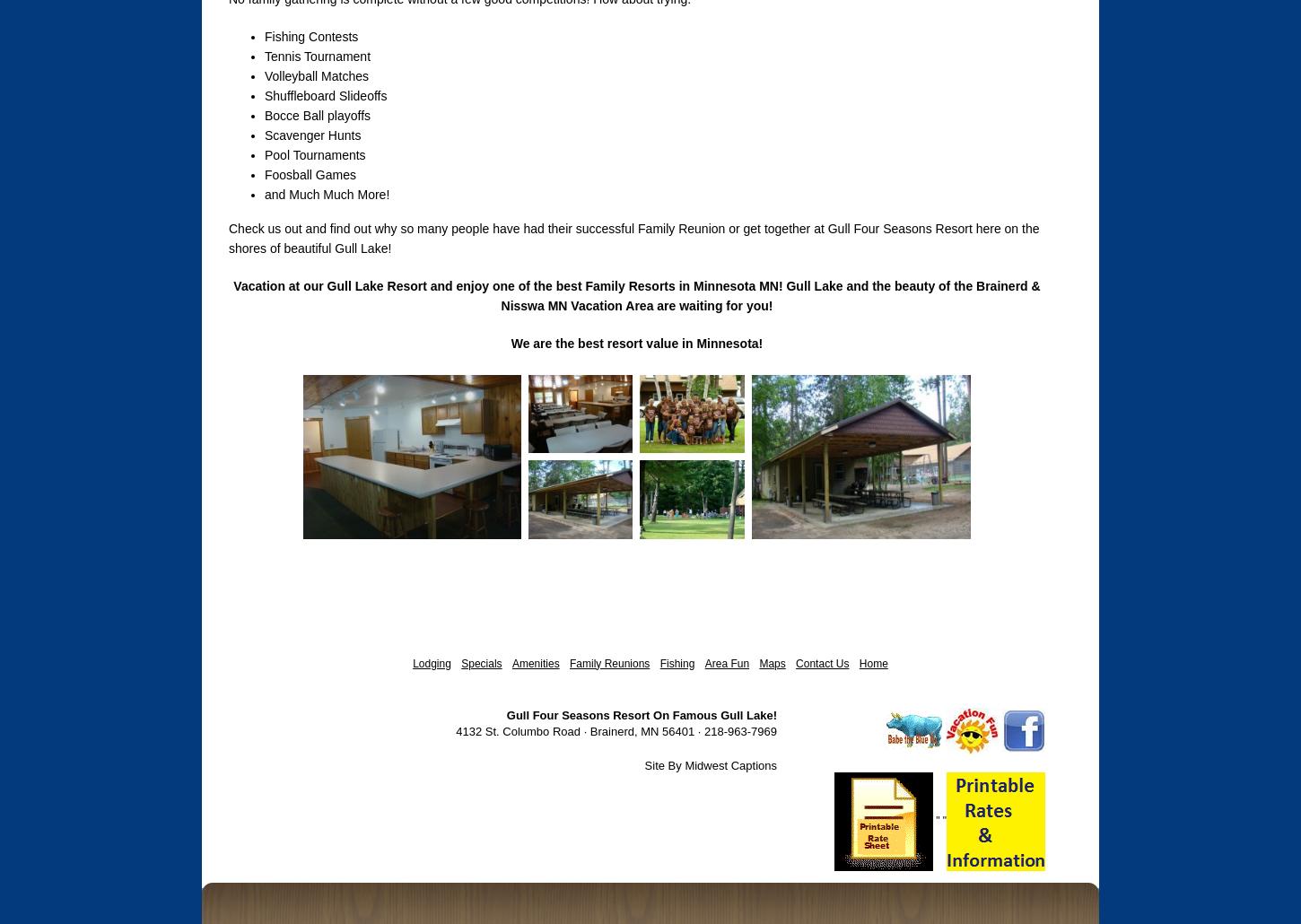  What do you see at coordinates (710, 763) in the screenshot?
I see `'Site By Midwest Captions'` at bounding box center [710, 763].